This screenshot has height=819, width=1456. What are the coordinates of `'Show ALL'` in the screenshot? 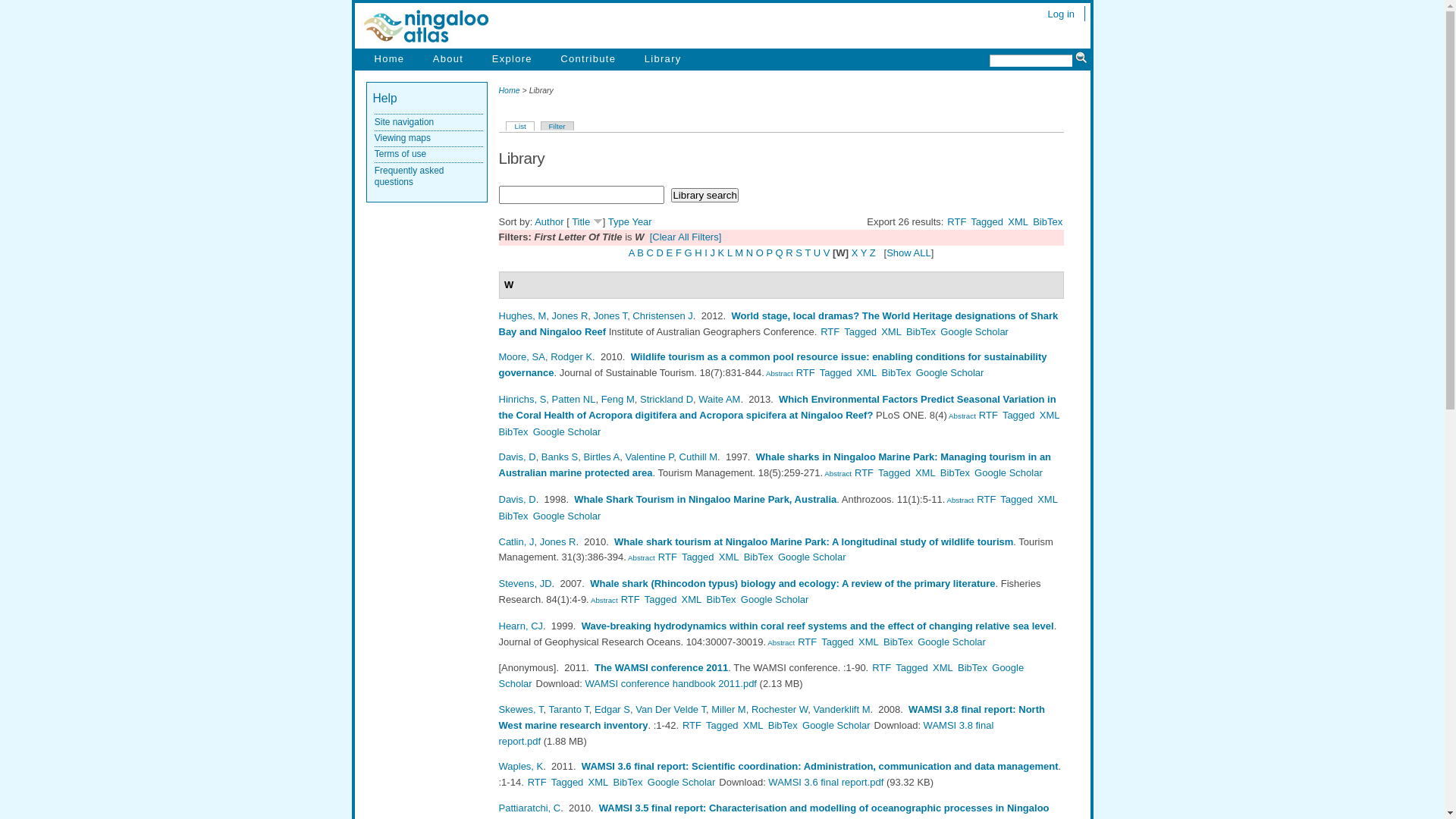 It's located at (908, 252).